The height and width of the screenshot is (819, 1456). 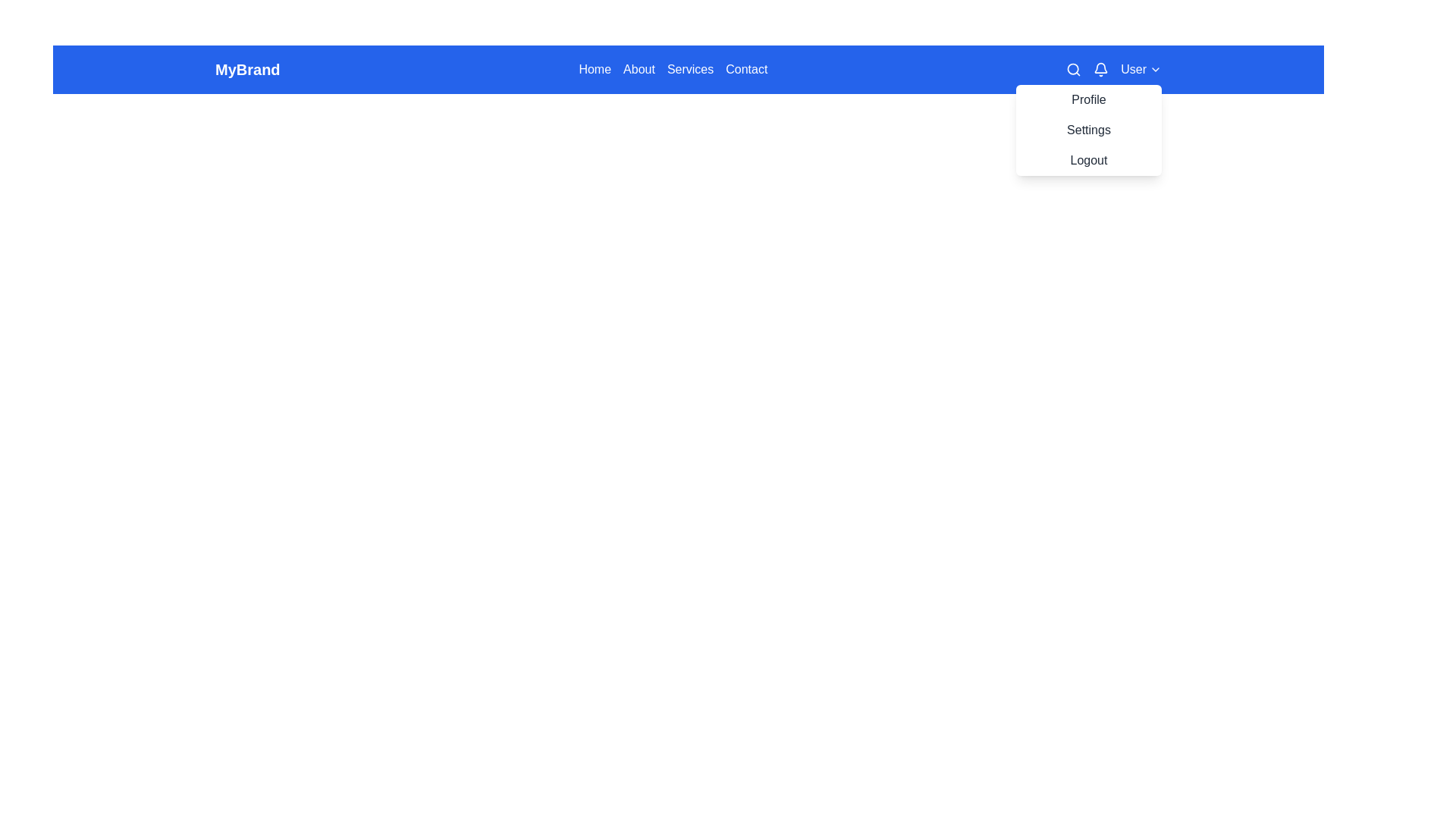 I want to click on the user settings button located in the top-right group of navigational elements, so click(x=1114, y=70).